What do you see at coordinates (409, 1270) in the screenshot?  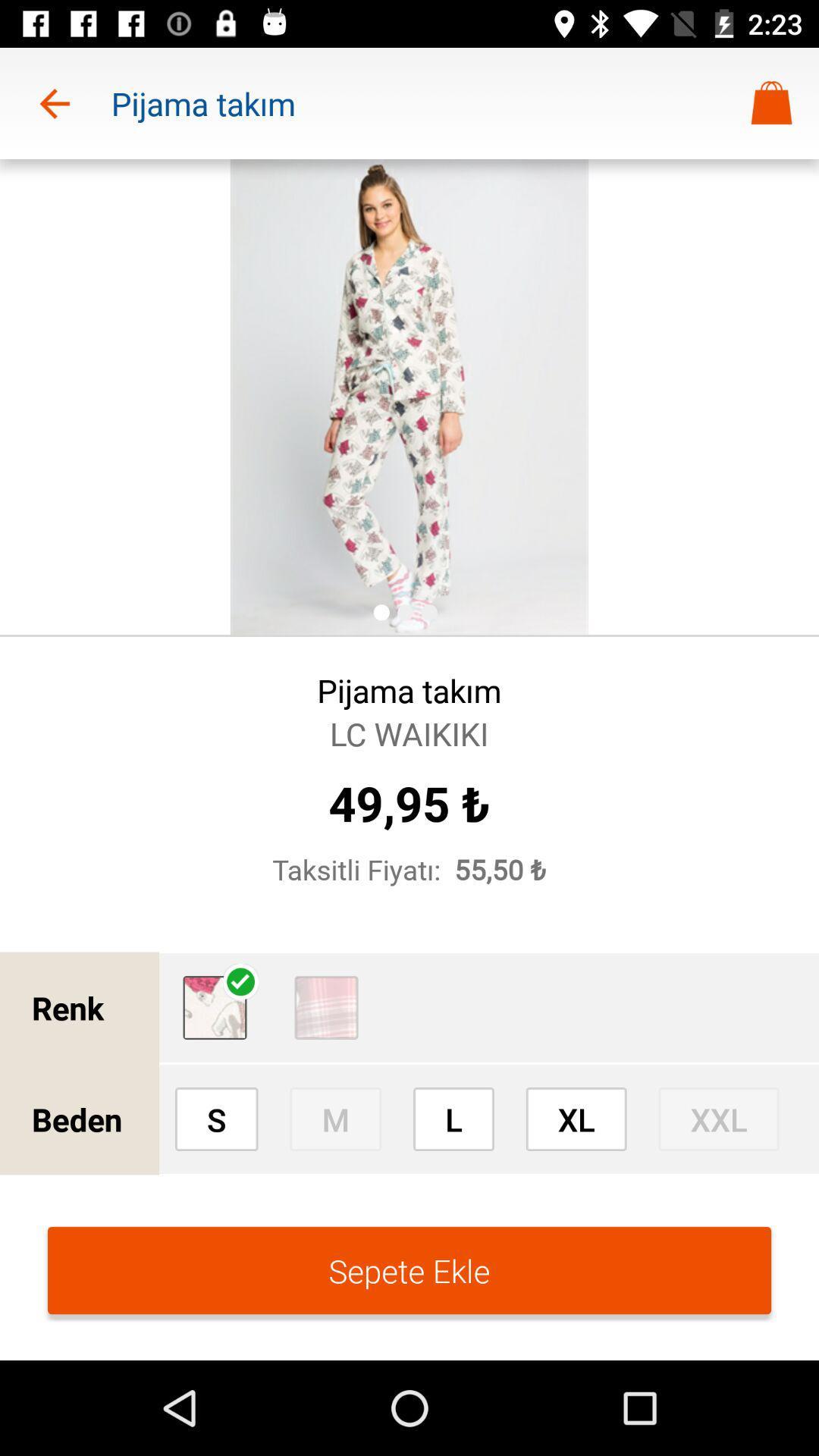 I see `the icon below the beden icon` at bounding box center [409, 1270].